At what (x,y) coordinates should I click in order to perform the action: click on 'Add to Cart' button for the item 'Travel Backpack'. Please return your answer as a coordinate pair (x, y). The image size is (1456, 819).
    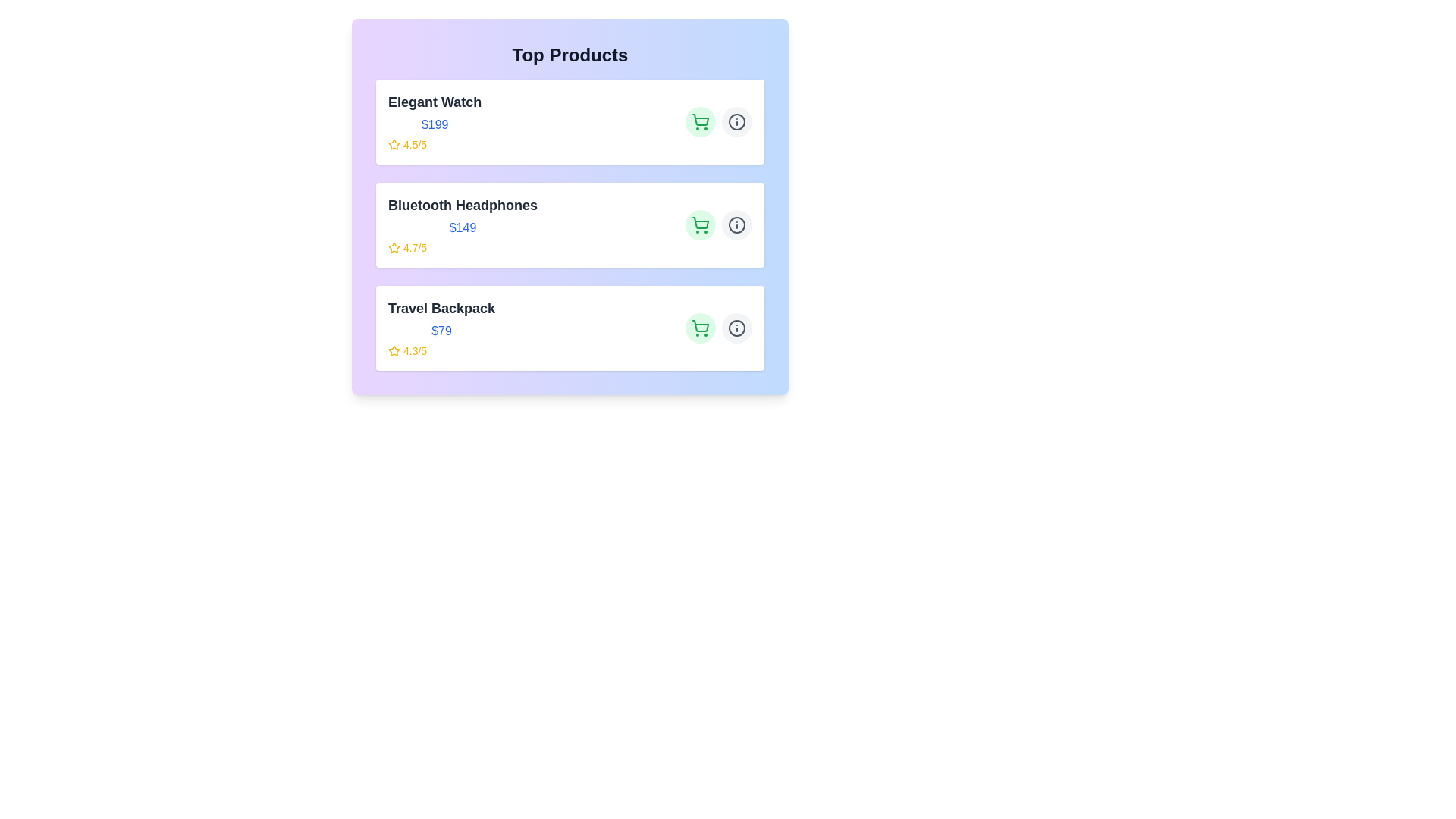
    Looking at the image, I should click on (700, 327).